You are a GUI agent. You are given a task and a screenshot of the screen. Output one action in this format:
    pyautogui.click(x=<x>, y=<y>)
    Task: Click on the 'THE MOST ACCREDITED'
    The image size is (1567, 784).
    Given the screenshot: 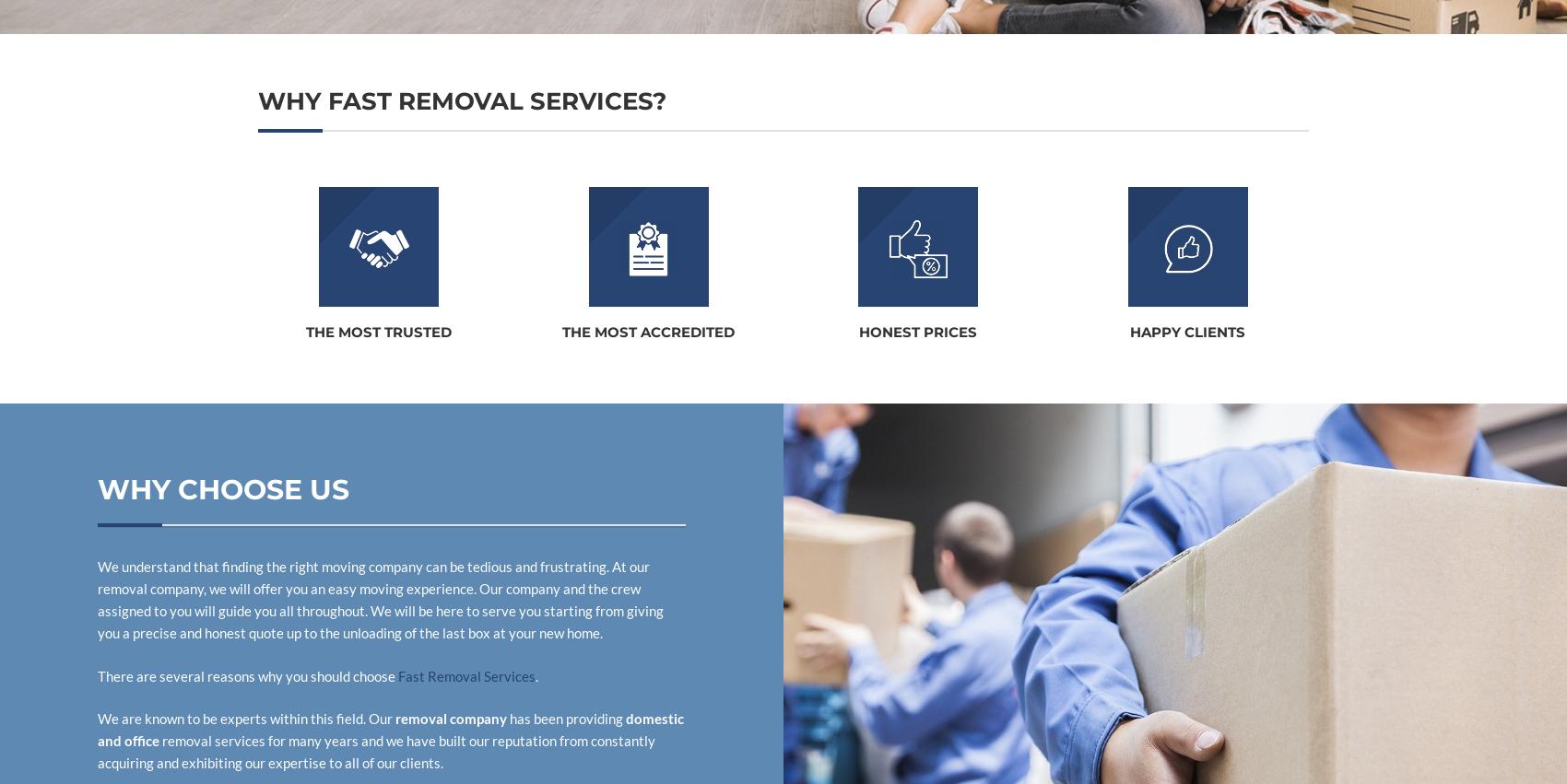 What is the action you would take?
    pyautogui.click(x=560, y=332)
    